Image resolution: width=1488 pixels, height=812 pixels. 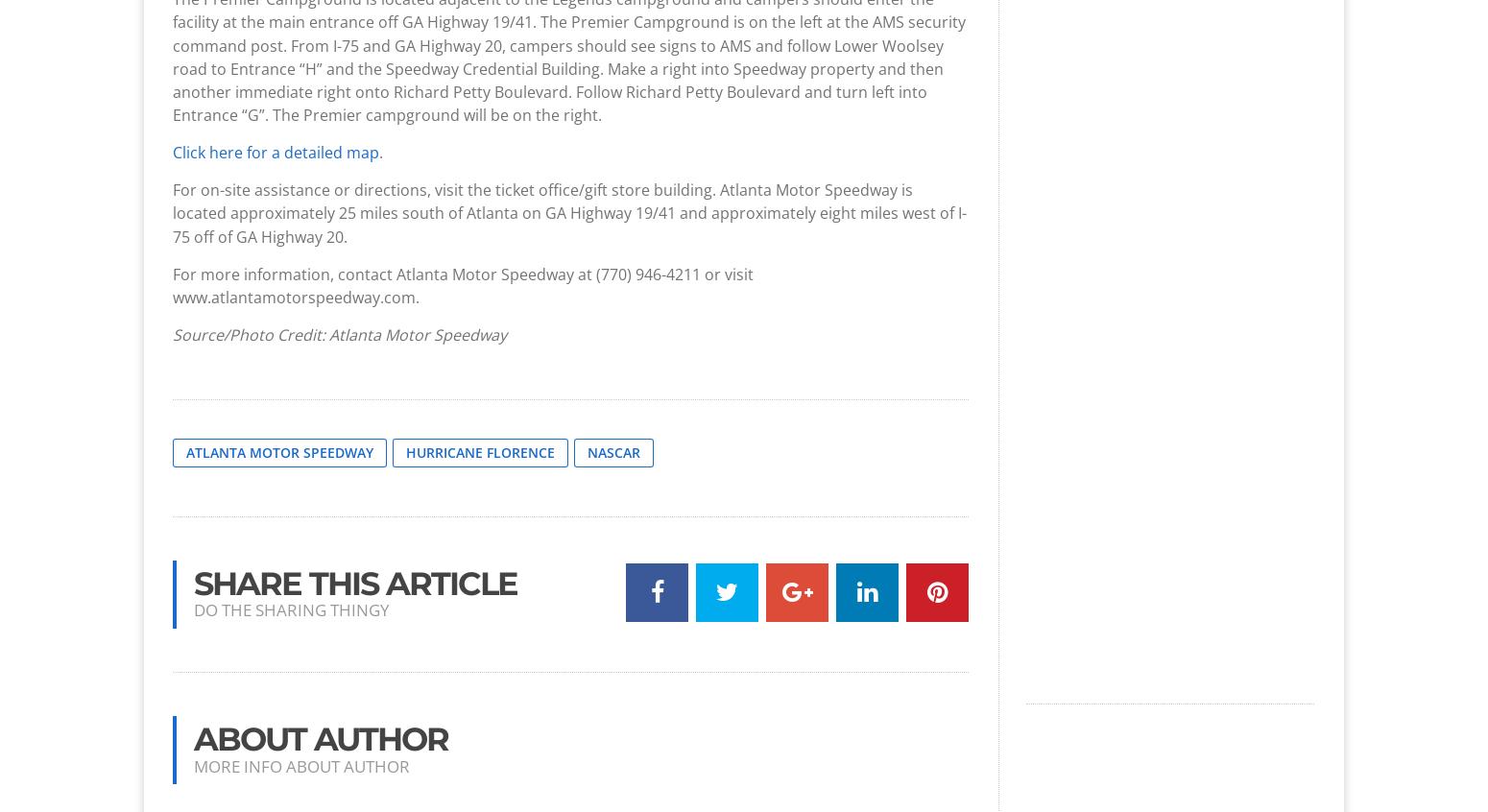 What do you see at coordinates (276, 151) in the screenshot?
I see `'Click here for a detailed map'` at bounding box center [276, 151].